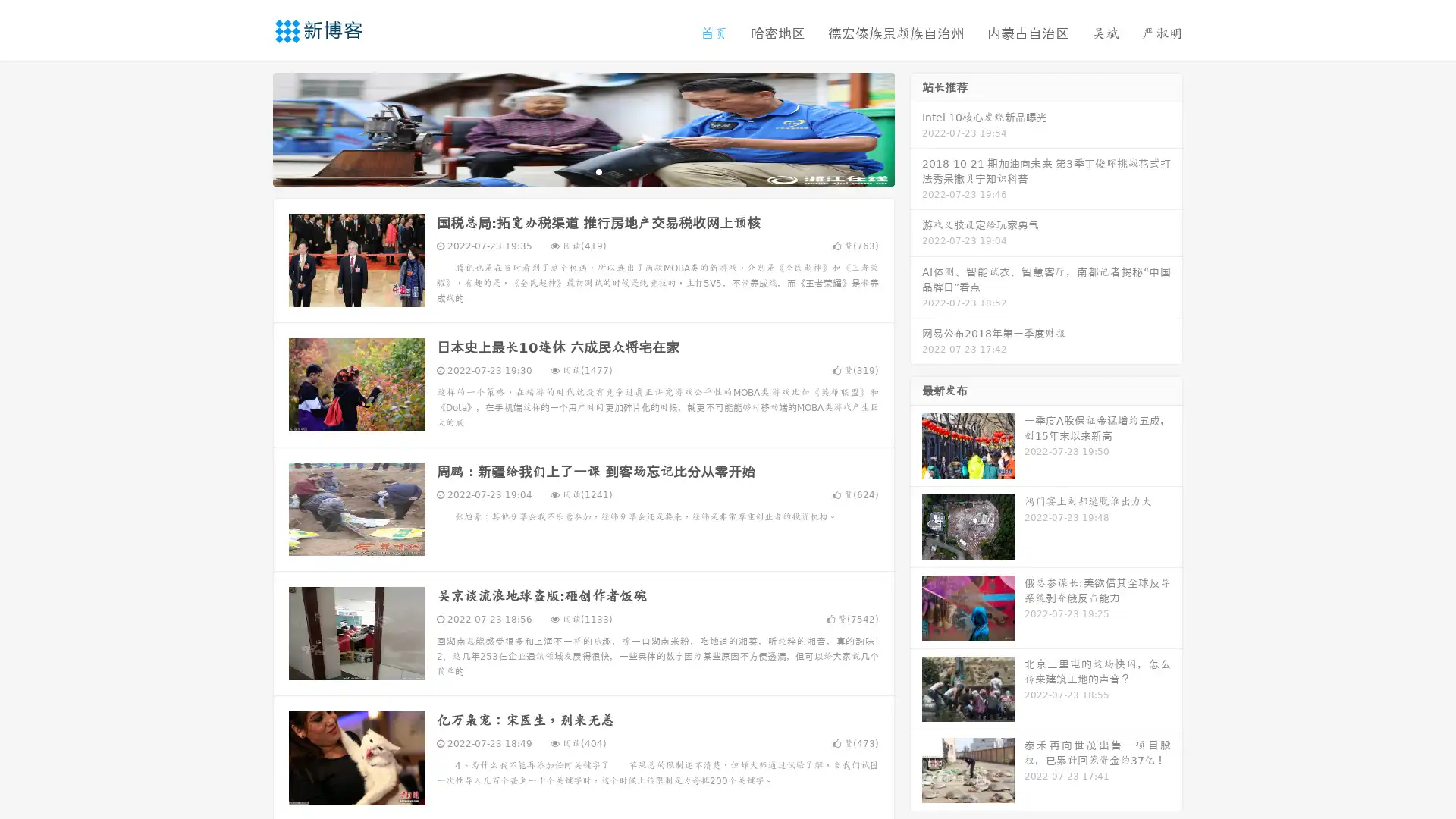 This screenshot has height=819, width=1456. What do you see at coordinates (567, 171) in the screenshot?
I see `Go to slide 1` at bounding box center [567, 171].